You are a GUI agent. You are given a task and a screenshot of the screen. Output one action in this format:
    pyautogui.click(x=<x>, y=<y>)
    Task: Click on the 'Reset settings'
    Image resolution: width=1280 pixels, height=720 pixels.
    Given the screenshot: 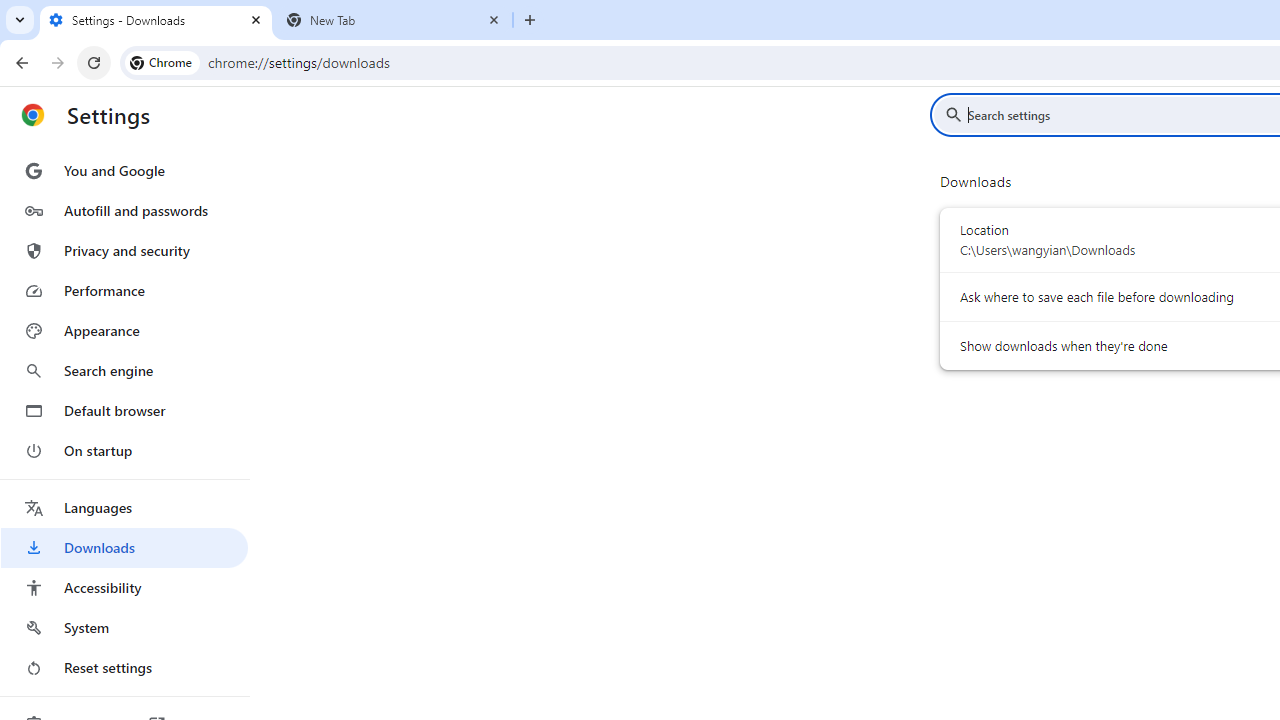 What is the action you would take?
    pyautogui.click(x=123, y=668)
    